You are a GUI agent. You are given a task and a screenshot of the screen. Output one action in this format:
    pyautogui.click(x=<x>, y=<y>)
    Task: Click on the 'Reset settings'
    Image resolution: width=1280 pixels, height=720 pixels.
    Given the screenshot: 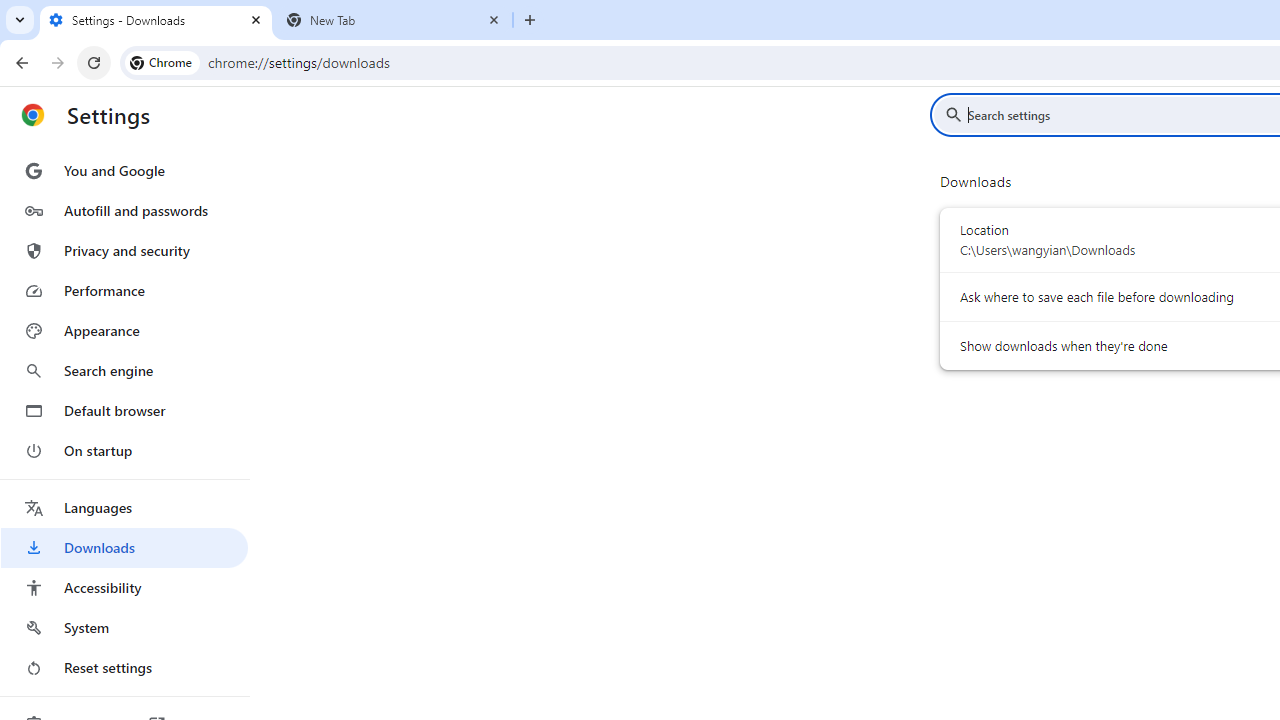 What is the action you would take?
    pyautogui.click(x=123, y=668)
    